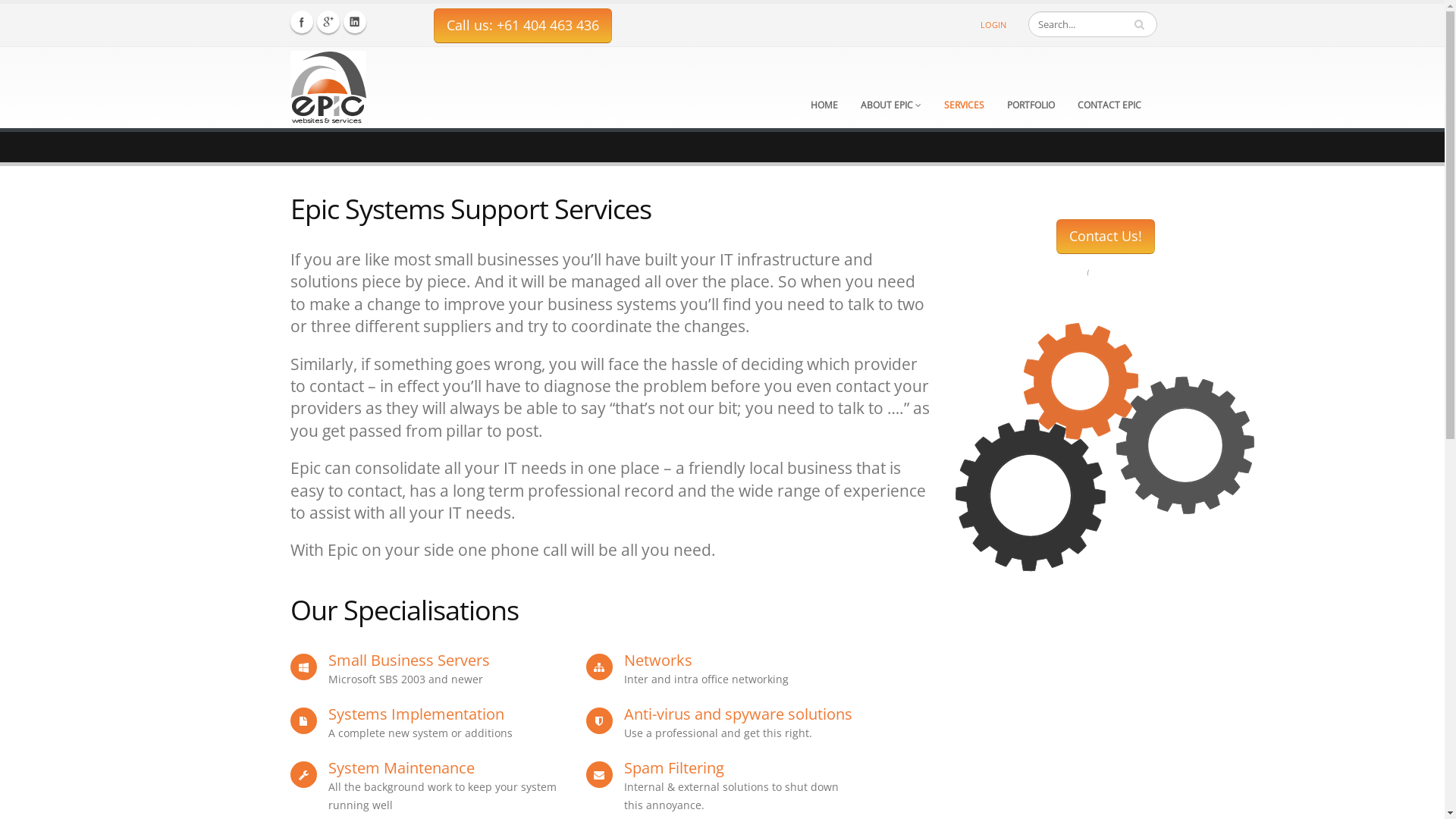  I want to click on 'PORTFOLIO', so click(994, 93).